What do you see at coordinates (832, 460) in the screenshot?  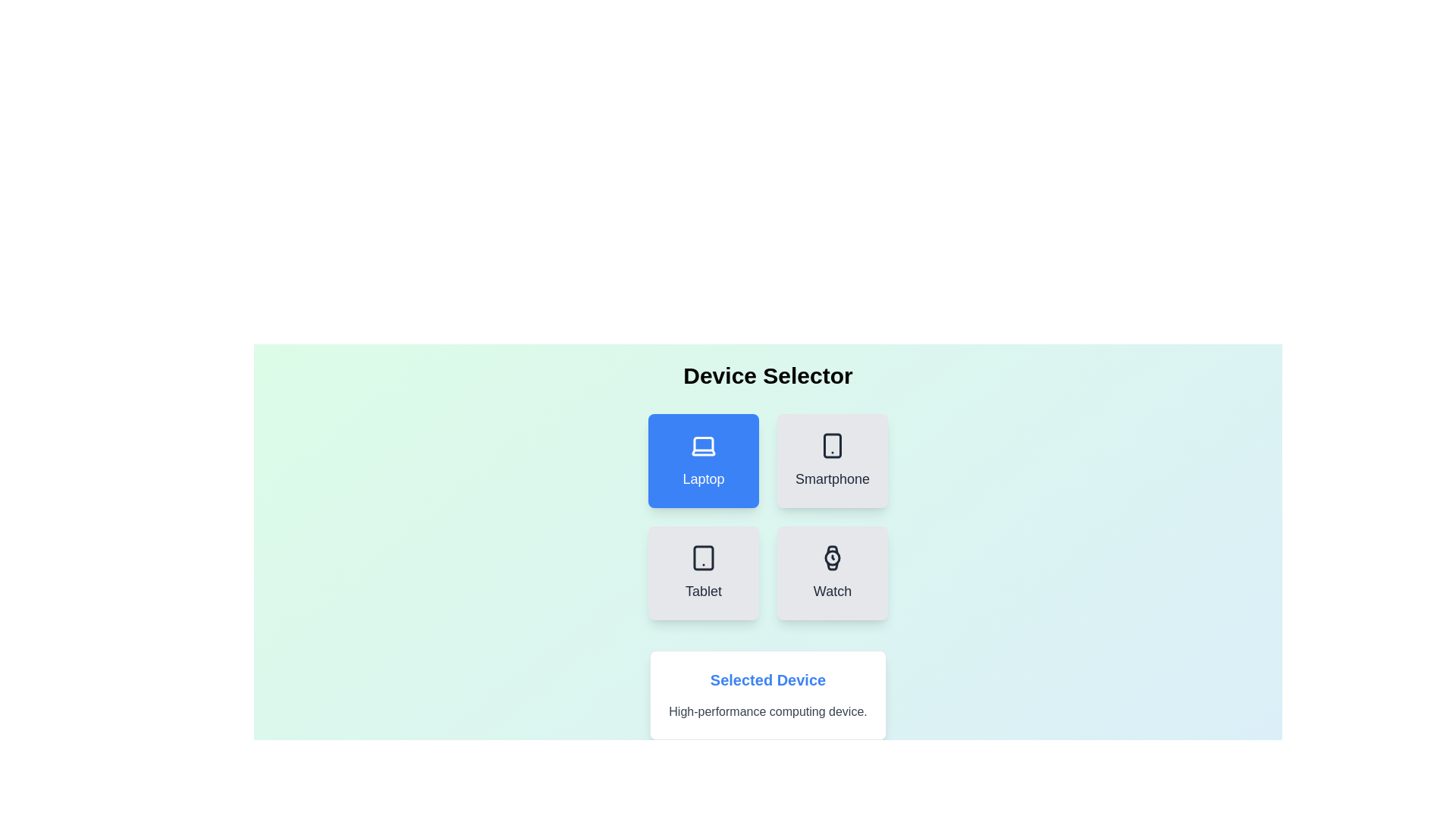 I see `the Smartphone button to select the corresponding device` at bounding box center [832, 460].